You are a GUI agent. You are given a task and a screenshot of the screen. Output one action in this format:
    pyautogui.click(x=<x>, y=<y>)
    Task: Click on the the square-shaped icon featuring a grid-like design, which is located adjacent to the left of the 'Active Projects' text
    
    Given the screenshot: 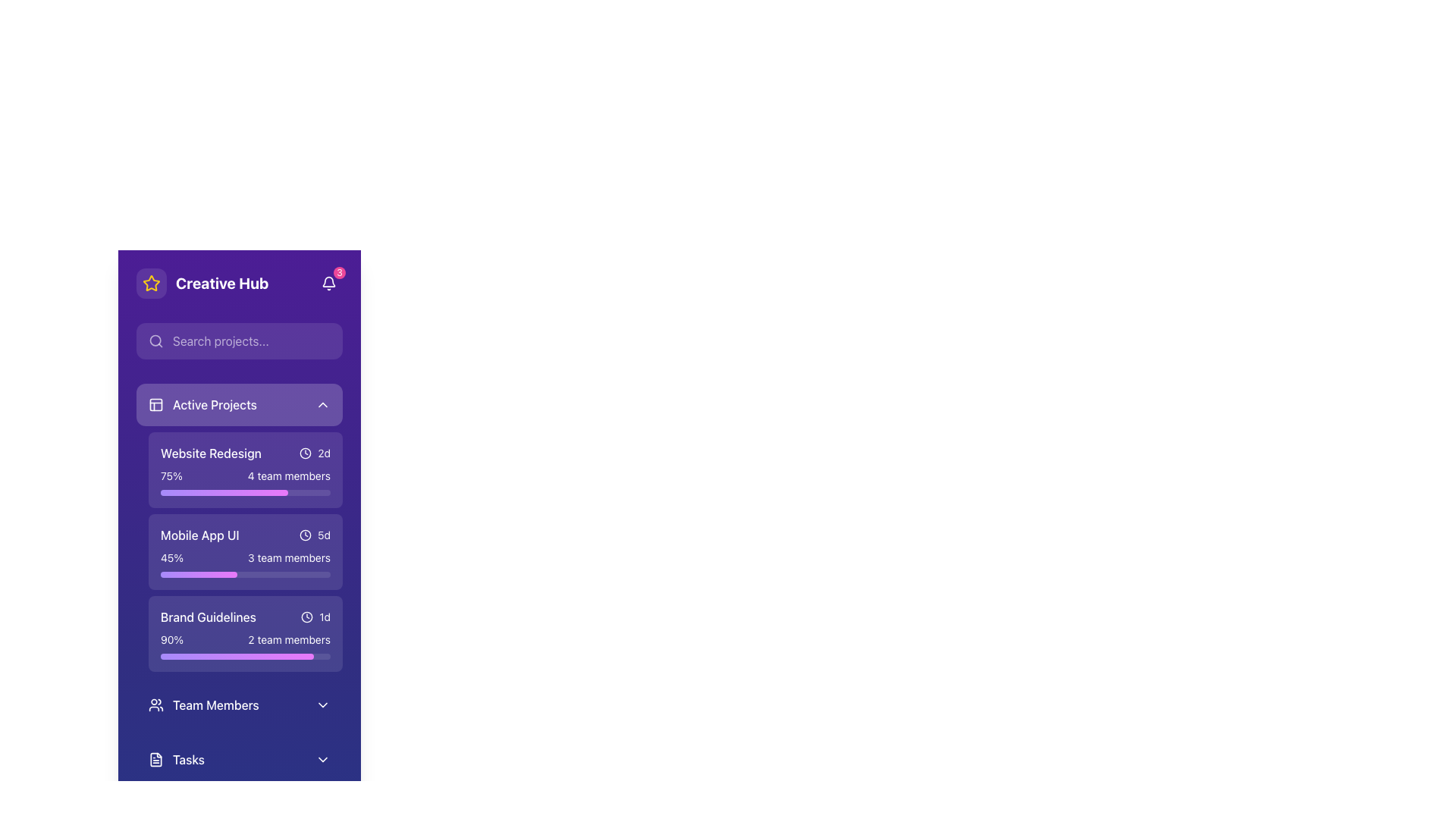 What is the action you would take?
    pyautogui.click(x=156, y=403)
    